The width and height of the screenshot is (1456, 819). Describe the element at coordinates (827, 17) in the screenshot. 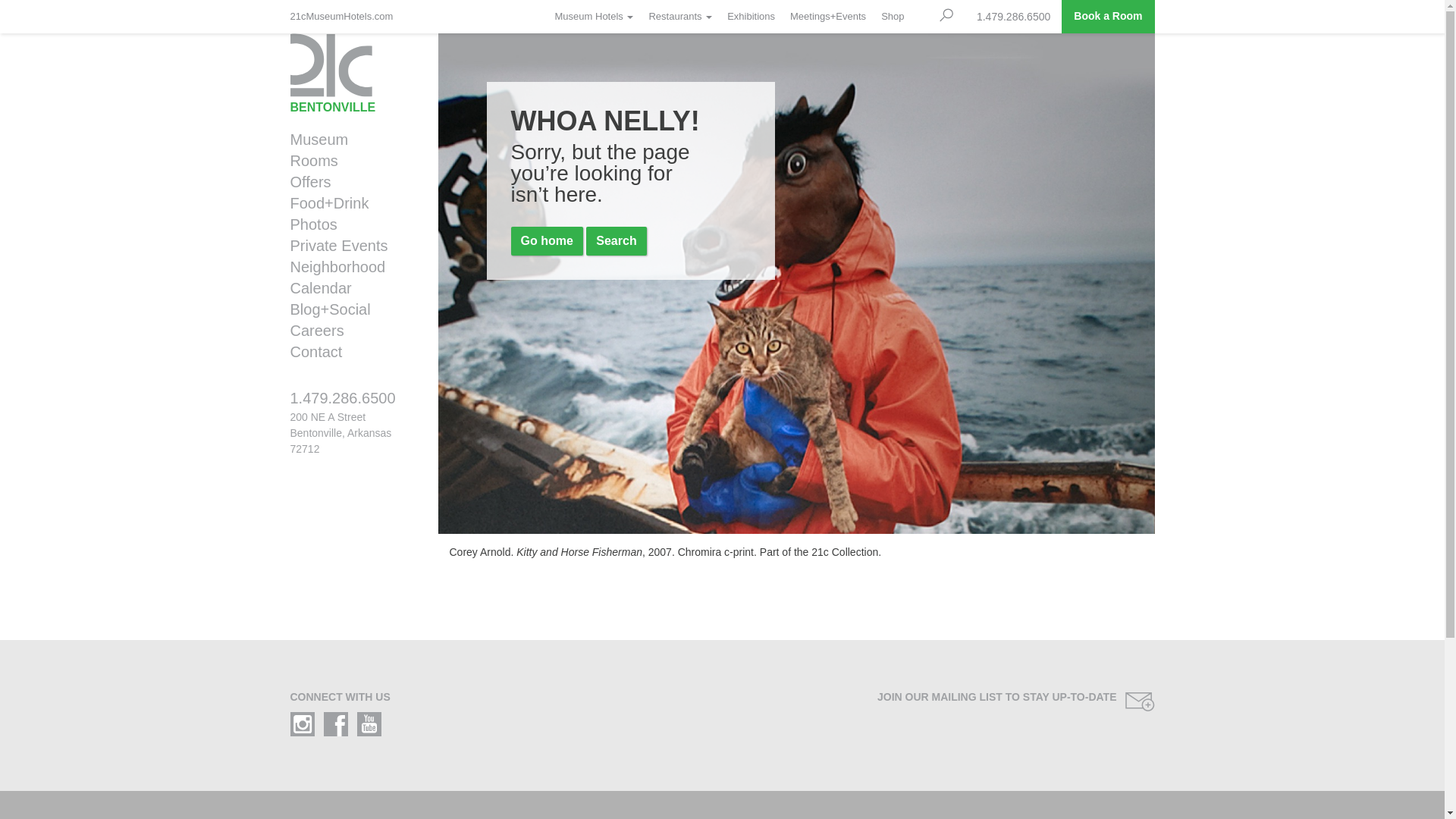

I see `'Meetings+Events'` at that location.